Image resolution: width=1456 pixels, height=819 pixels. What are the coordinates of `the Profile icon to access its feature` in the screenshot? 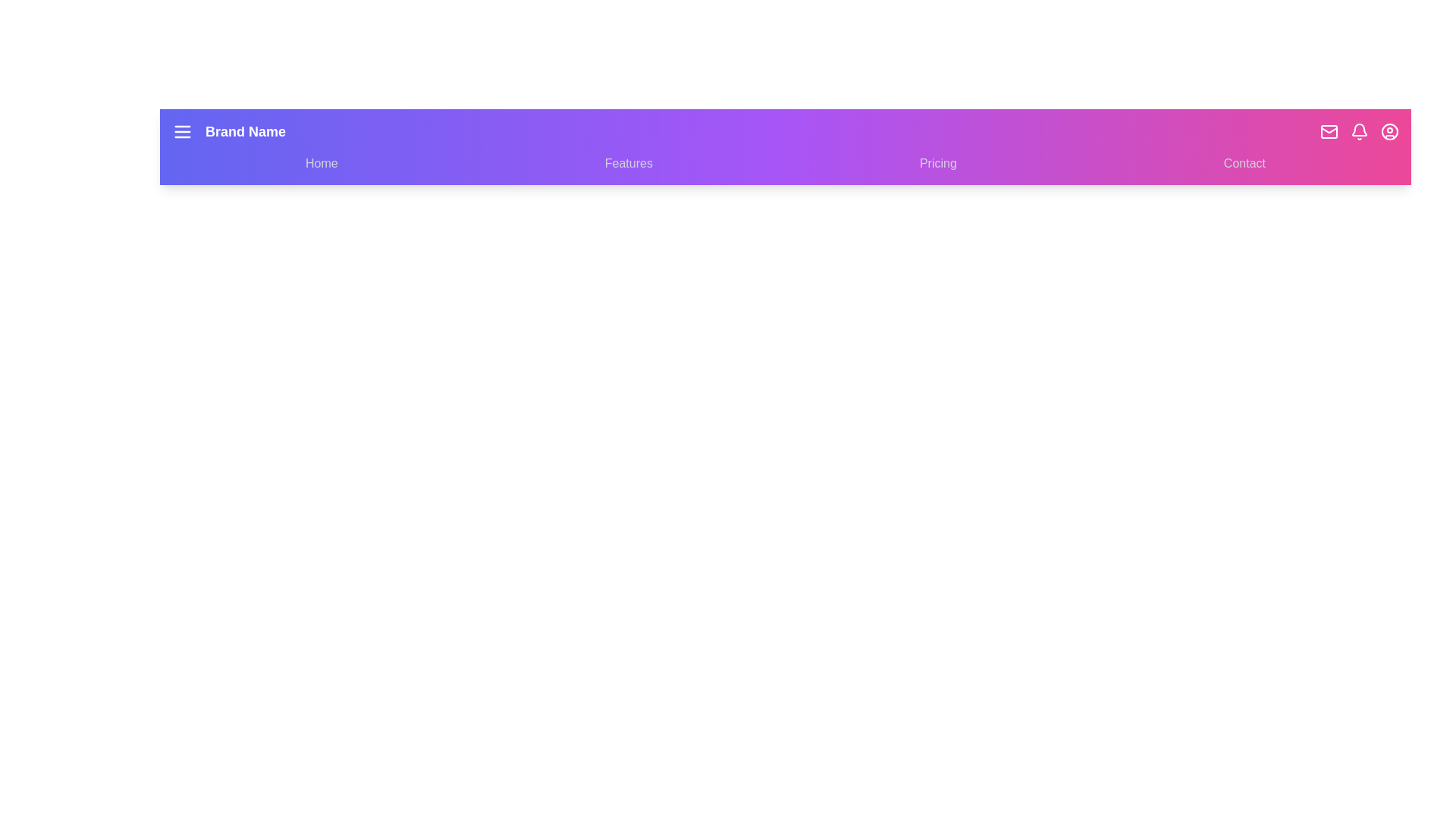 It's located at (1390, 130).